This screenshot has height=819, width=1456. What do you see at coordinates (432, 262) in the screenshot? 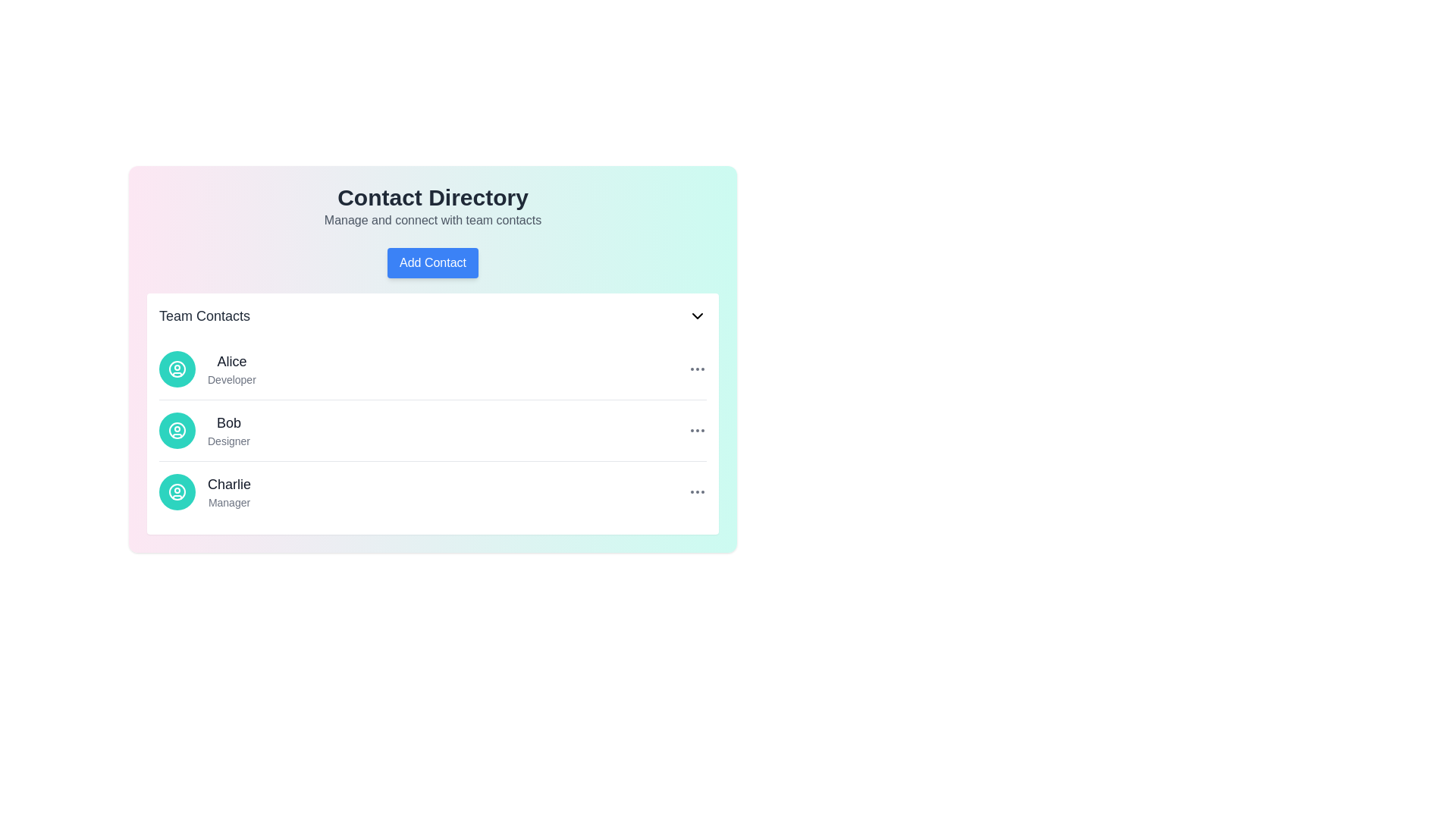
I see `the button for adding a new contact` at bounding box center [432, 262].